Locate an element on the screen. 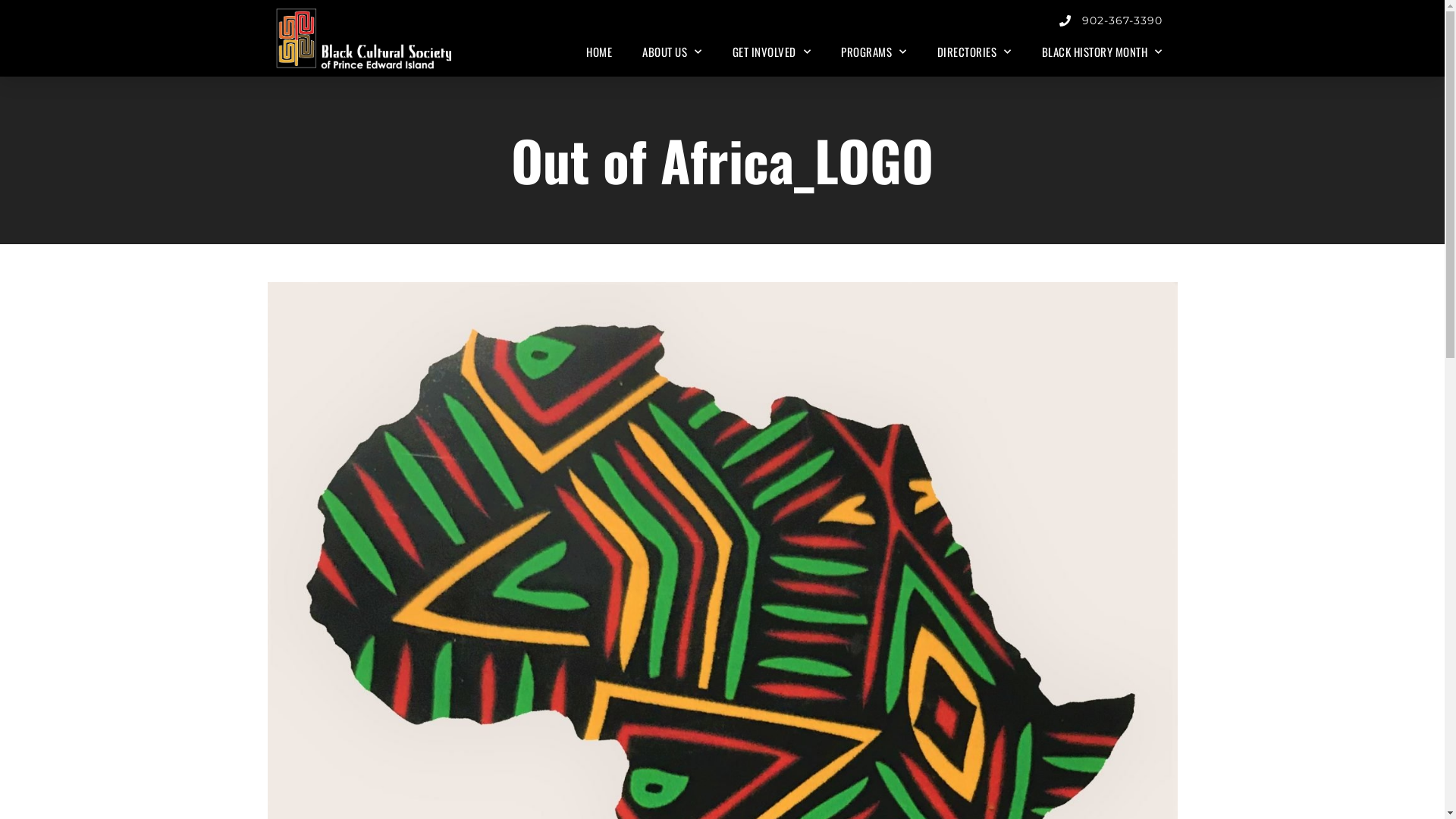 The height and width of the screenshot is (819, 1456). 'GET INVOLVED' is located at coordinates (771, 51).